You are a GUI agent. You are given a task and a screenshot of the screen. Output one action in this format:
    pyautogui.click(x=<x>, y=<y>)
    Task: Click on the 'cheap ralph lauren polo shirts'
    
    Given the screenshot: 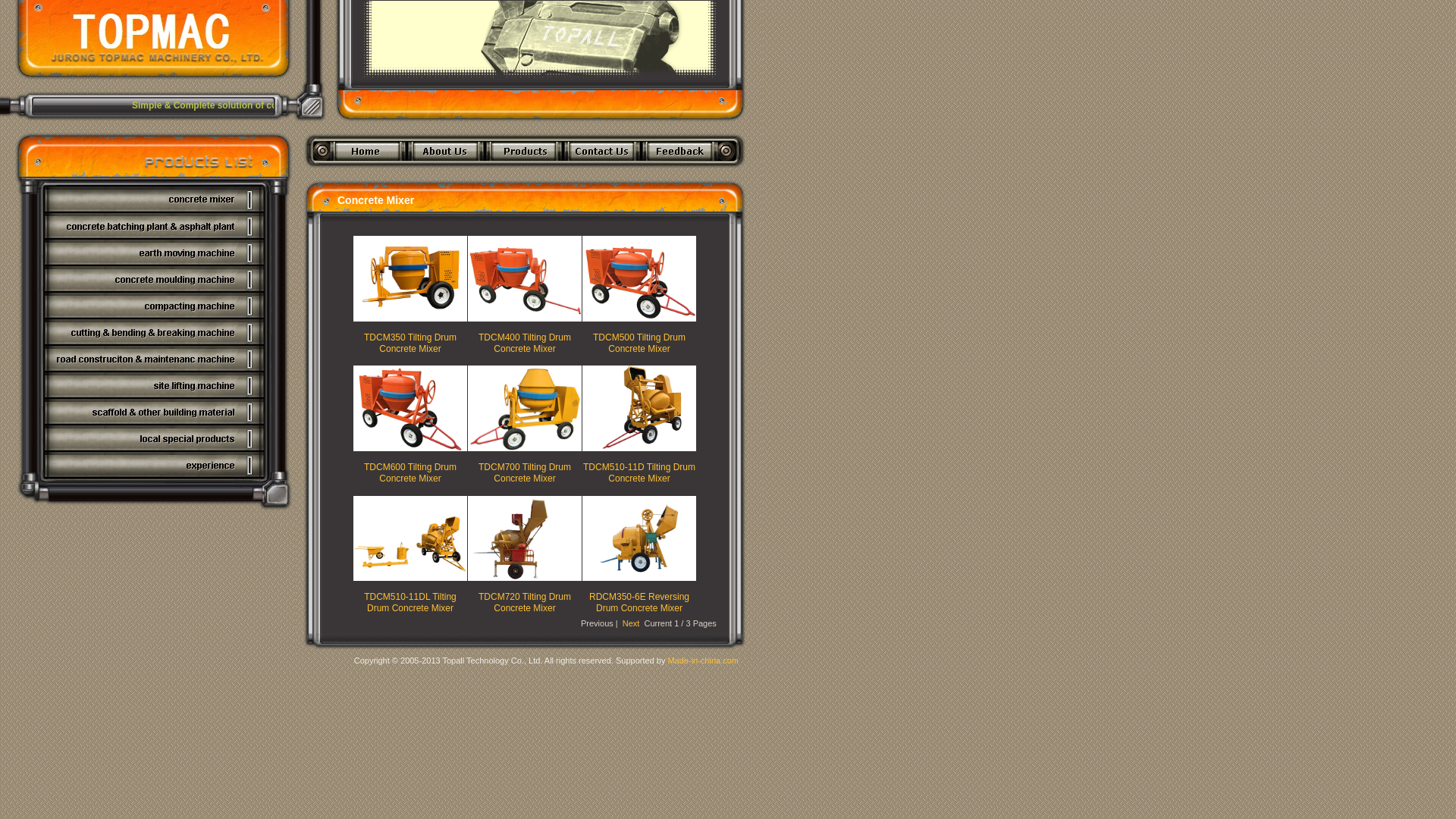 What is the action you would take?
    pyautogui.click(x=532, y=174)
    